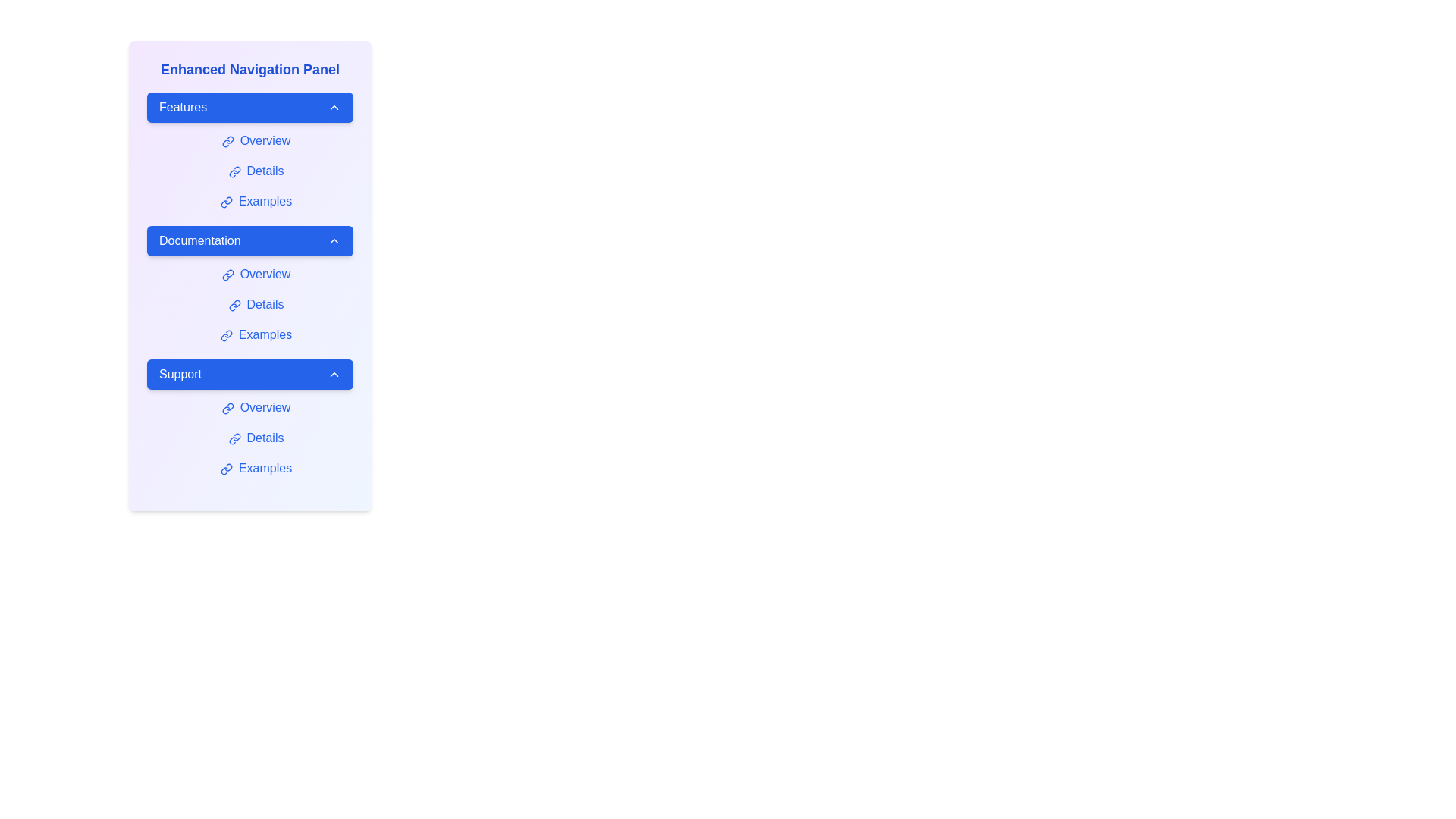 This screenshot has width=1456, height=819. I want to click on the 'Details' hyperlink located in the 'Support' section, which is styled in blue with an underline effect on hover, so click(256, 438).